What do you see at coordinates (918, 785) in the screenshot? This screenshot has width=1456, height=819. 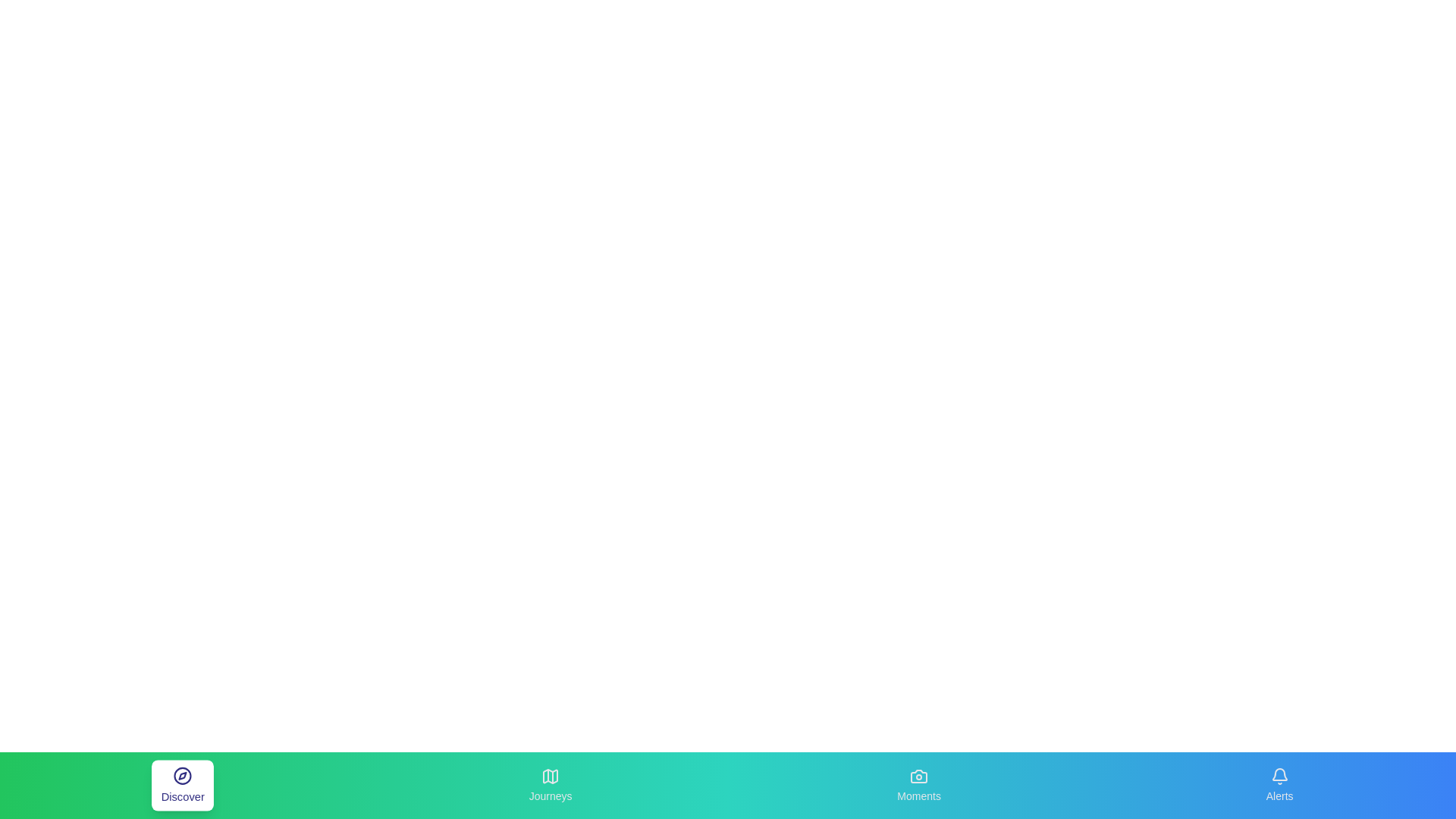 I see `the Moments tab by clicking on its icon or label` at bounding box center [918, 785].